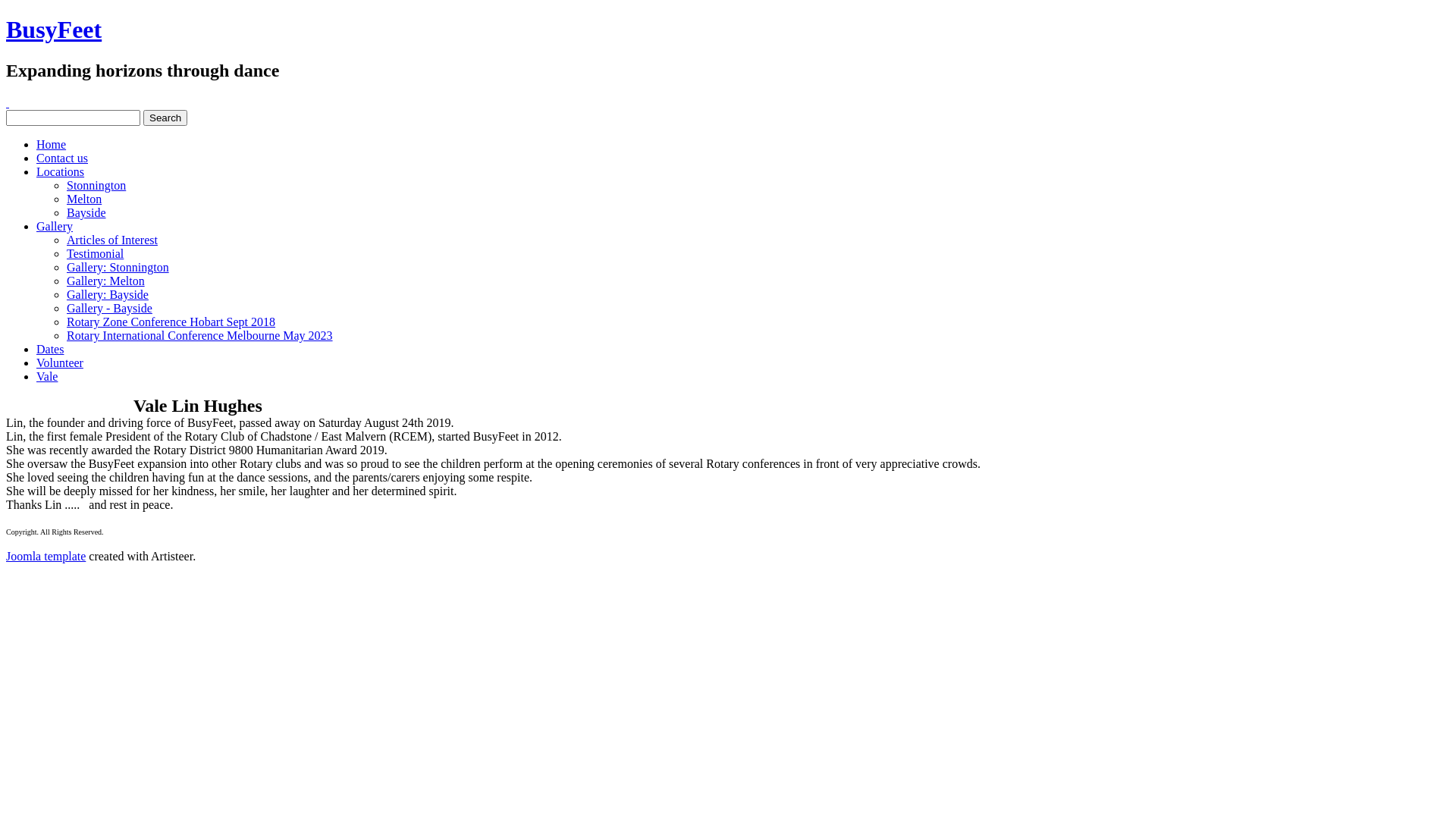  Describe the element at coordinates (117, 266) in the screenshot. I see `'Gallery: Stonnington'` at that location.